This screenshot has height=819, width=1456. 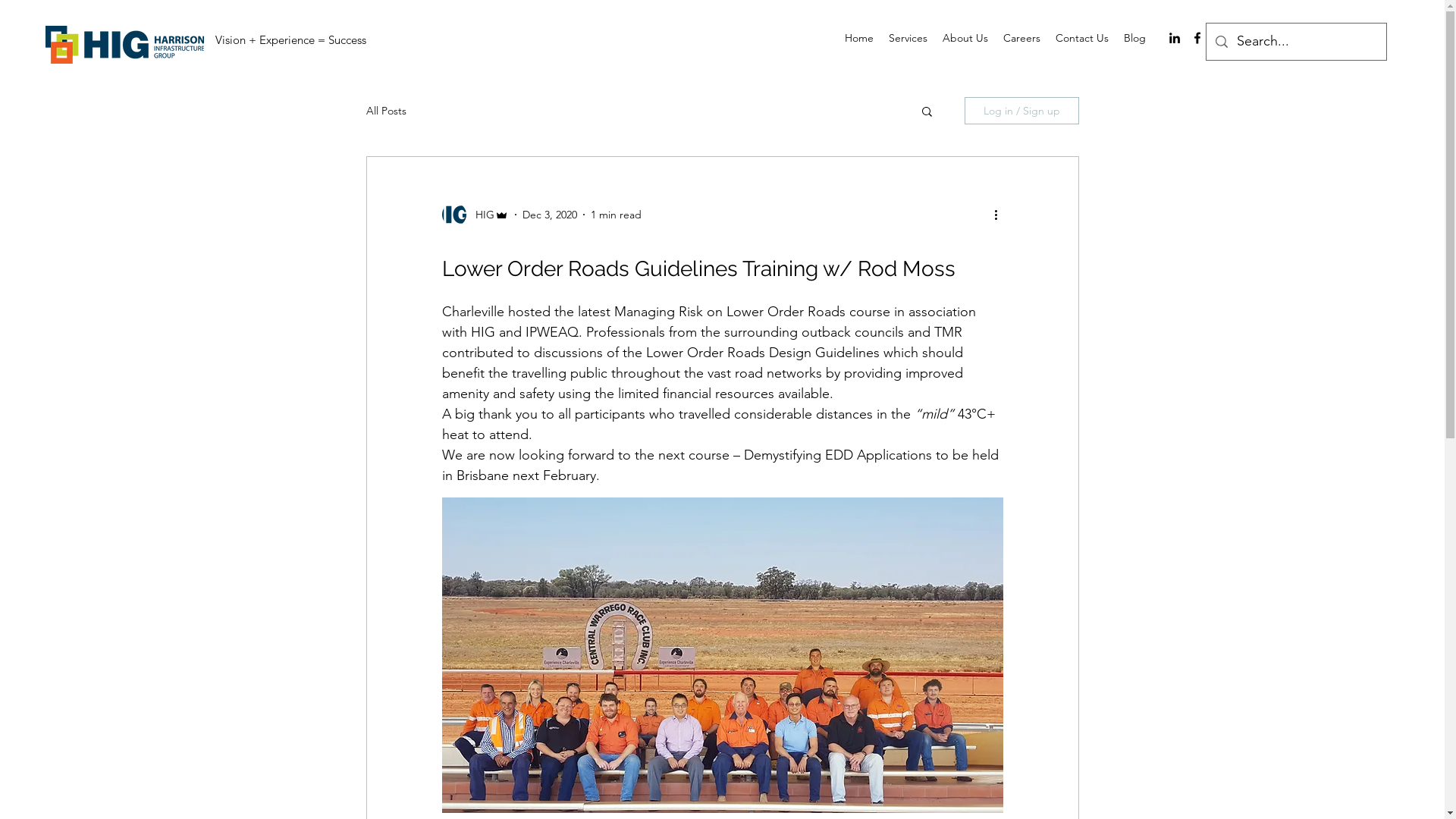 I want to click on 'Log in / Sign up', so click(x=1021, y=110).